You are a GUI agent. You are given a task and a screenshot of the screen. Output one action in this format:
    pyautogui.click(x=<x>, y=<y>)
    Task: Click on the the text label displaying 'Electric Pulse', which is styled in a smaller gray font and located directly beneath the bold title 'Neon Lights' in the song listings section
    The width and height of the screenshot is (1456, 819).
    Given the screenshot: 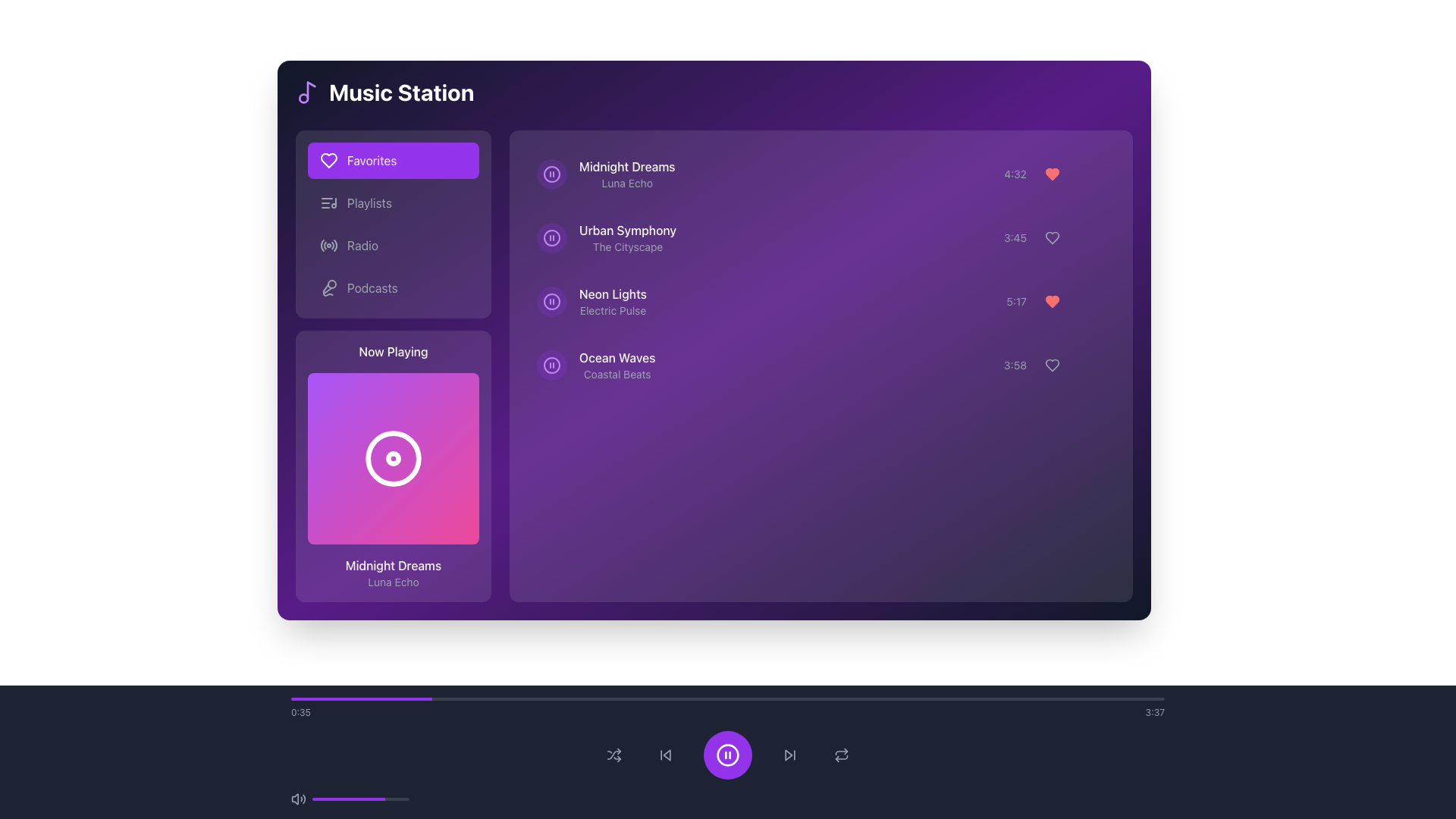 What is the action you would take?
    pyautogui.click(x=613, y=309)
    